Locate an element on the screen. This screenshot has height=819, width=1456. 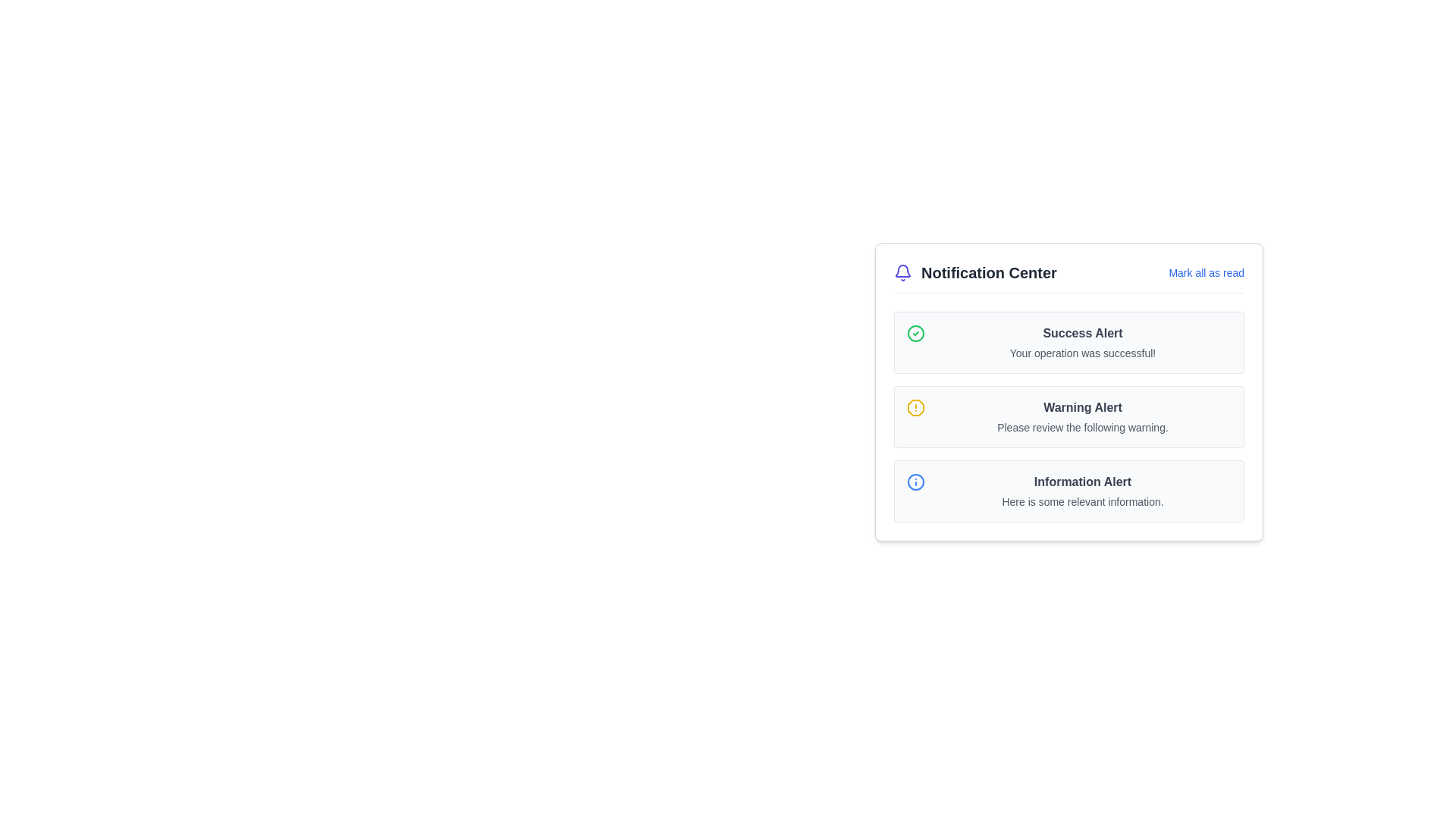
the decorative vector element representing the bell icon in the top-left corner of the Notification Center panel, which indicates notifications is located at coordinates (902, 270).